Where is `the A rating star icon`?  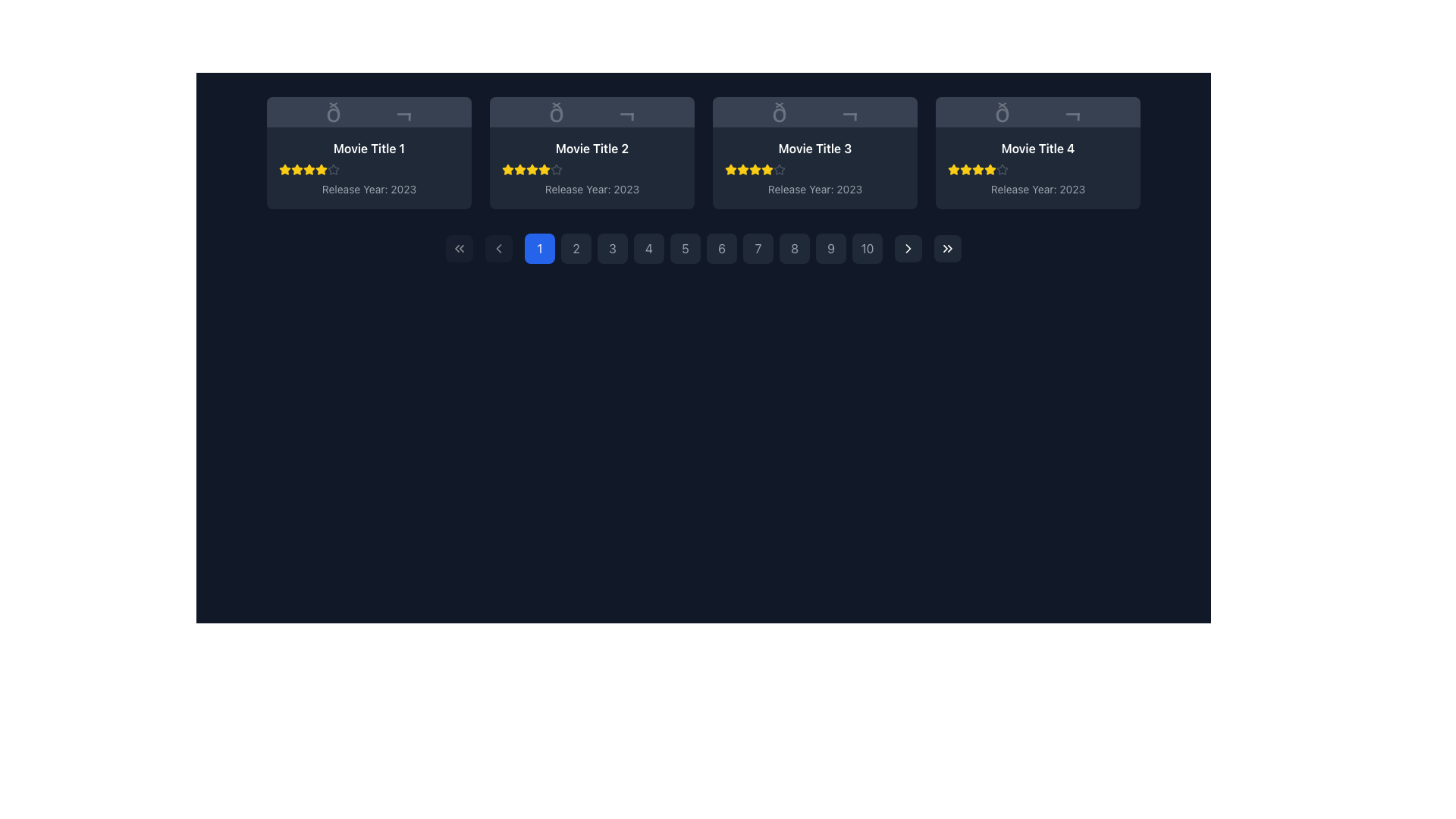 the A rating star icon is located at coordinates (333, 169).